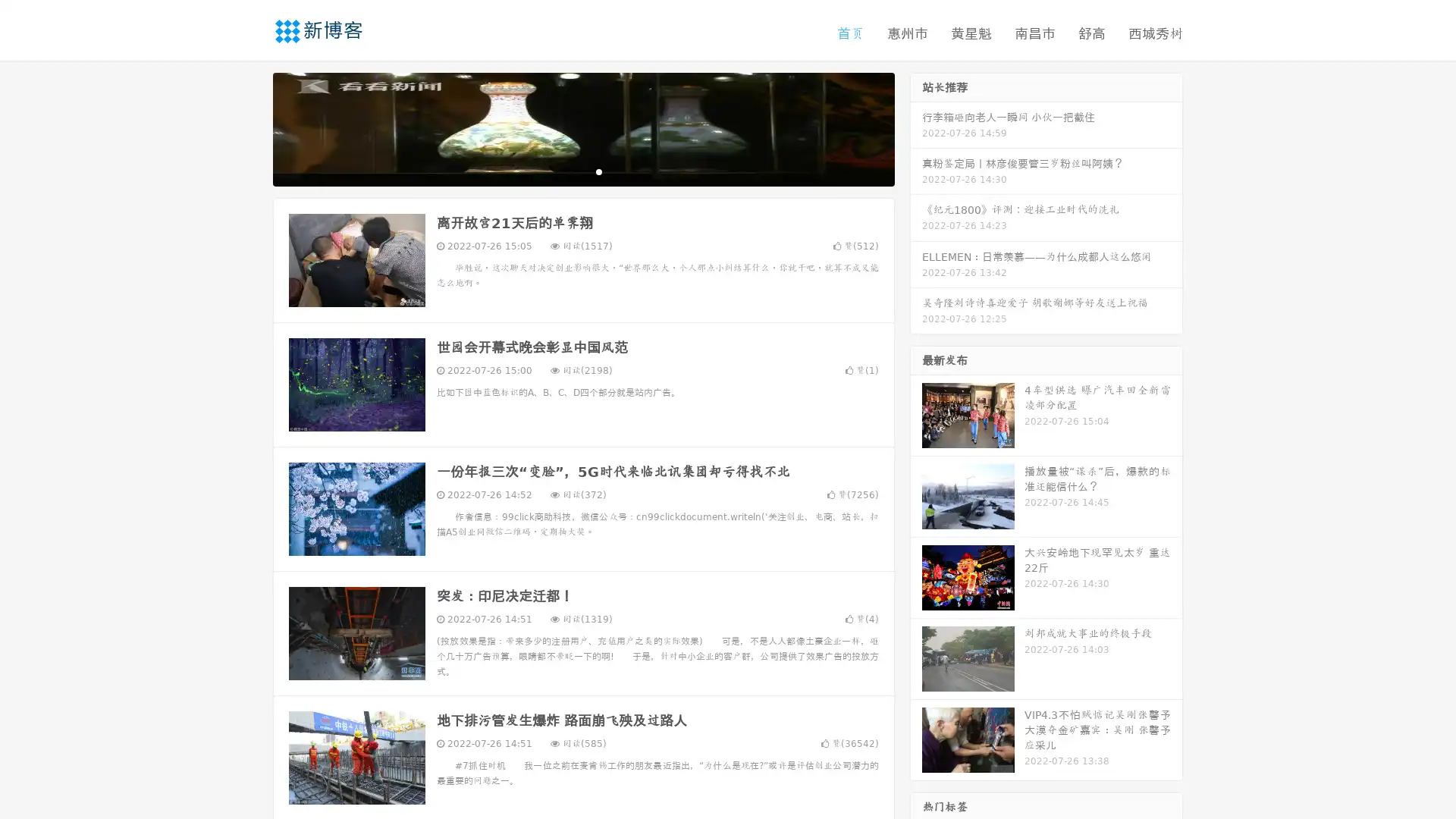 This screenshot has height=819, width=1456. Describe the element at coordinates (598, 171) in the screenshot. I see `Go to slide 3` at that location.